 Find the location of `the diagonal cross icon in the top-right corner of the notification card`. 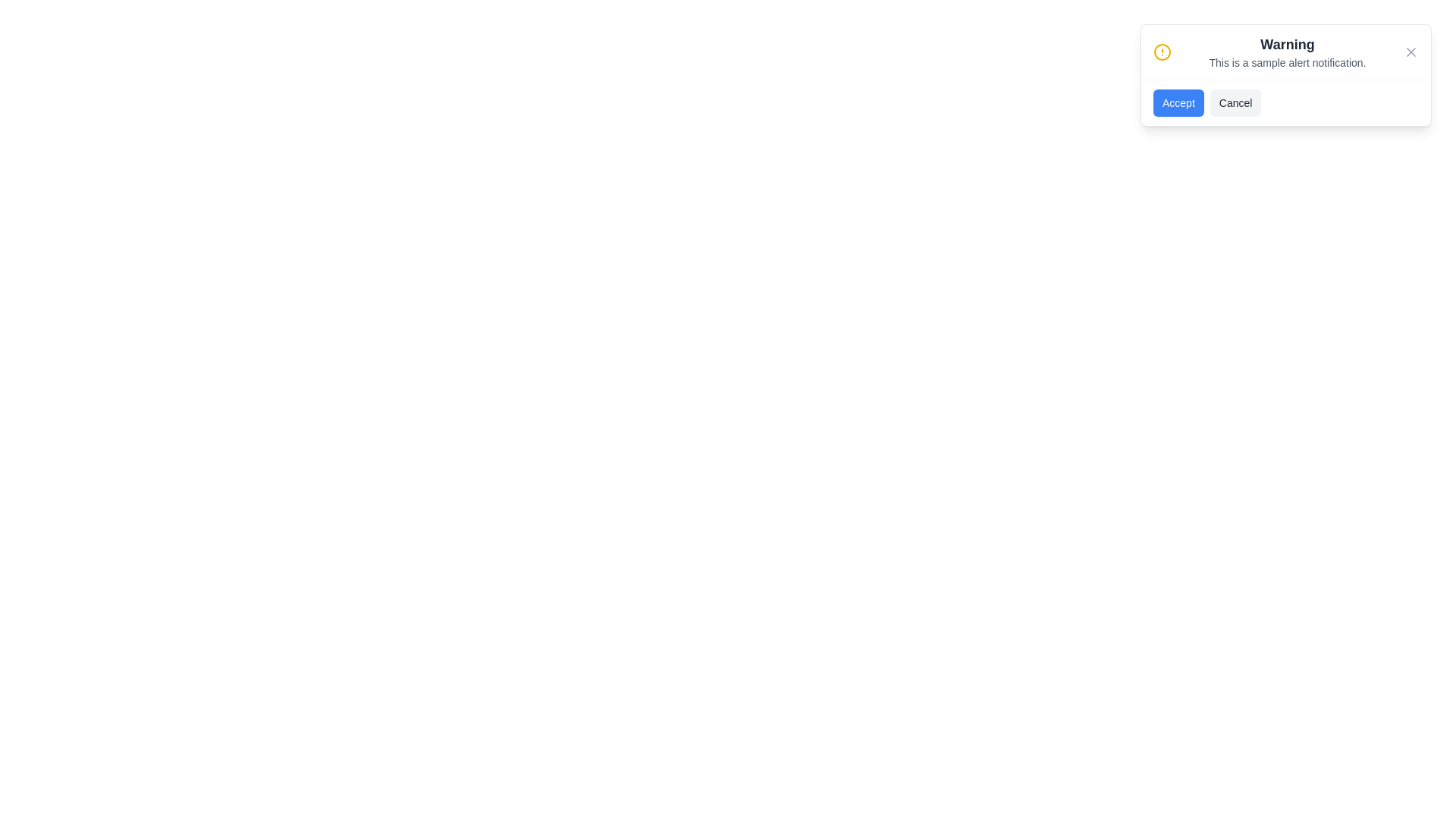

the diagonal cross icon in the top-right corner of the notification card is located at coordinates (1410, 52).